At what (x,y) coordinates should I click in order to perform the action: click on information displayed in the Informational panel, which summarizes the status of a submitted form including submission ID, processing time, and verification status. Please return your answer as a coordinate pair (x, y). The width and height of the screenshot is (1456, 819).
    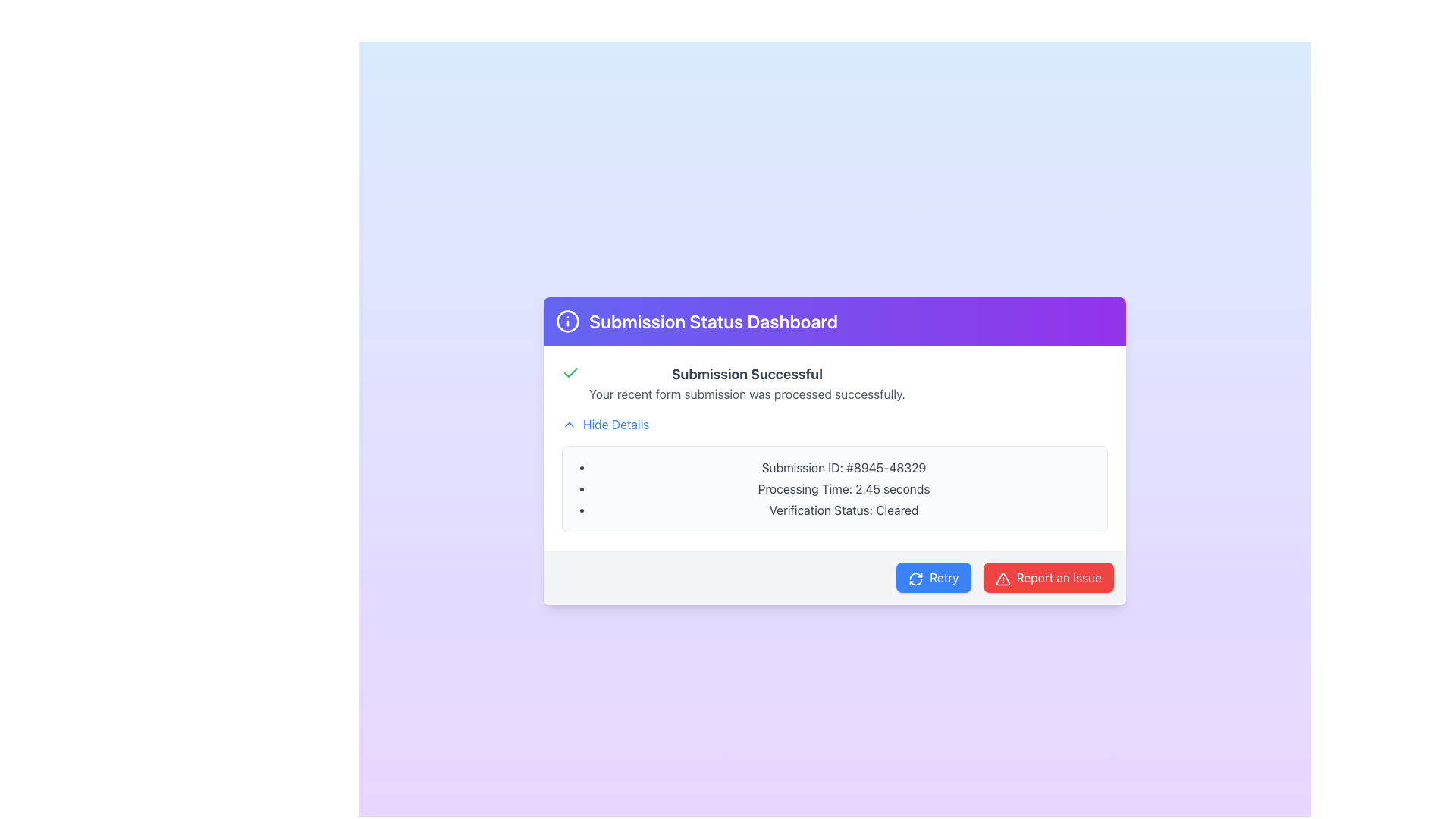
    Looking at the image, I should click on (833, 447).